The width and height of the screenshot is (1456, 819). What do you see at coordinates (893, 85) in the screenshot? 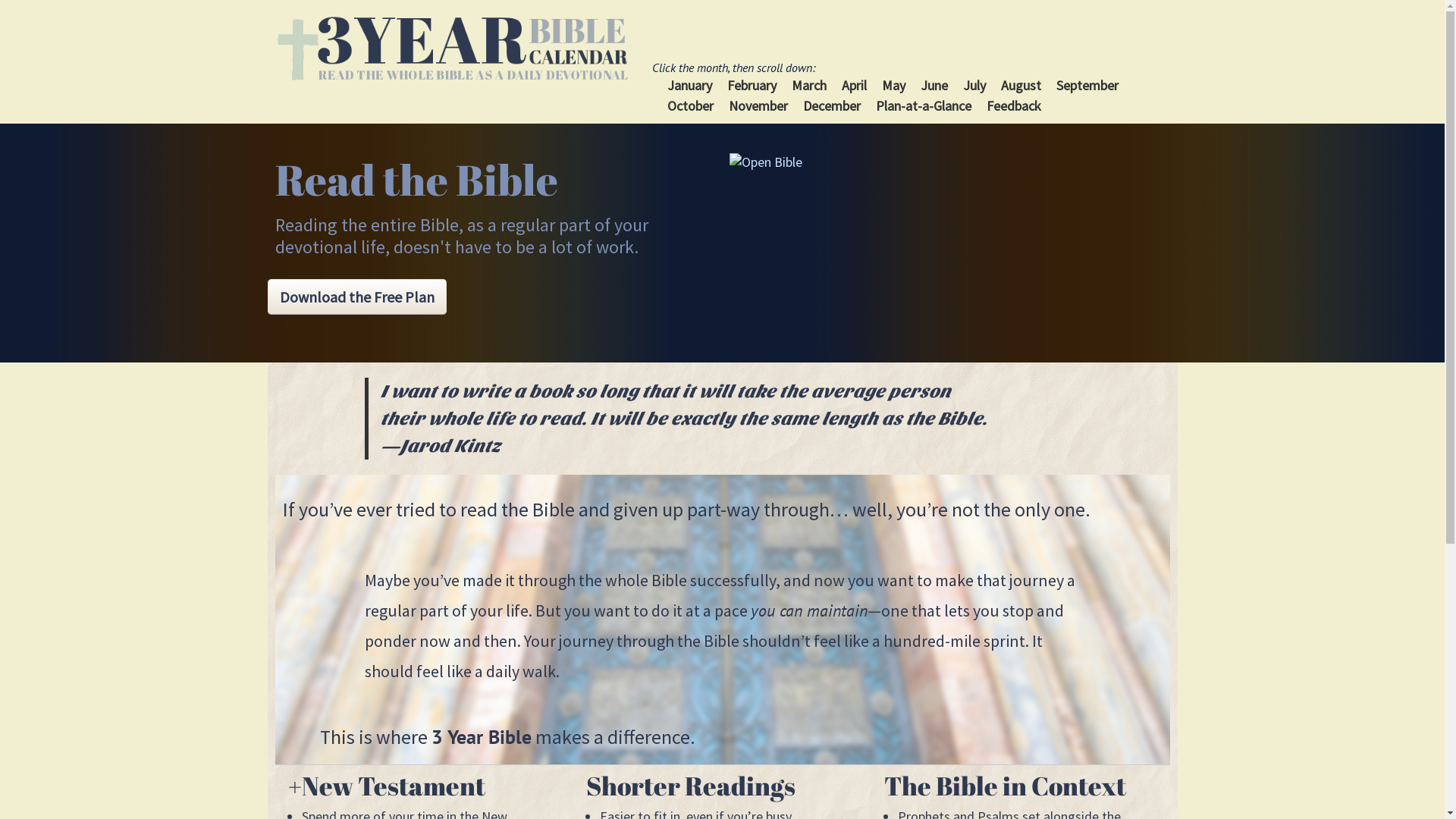
I see `'May'` at bounding box center [893, 85].